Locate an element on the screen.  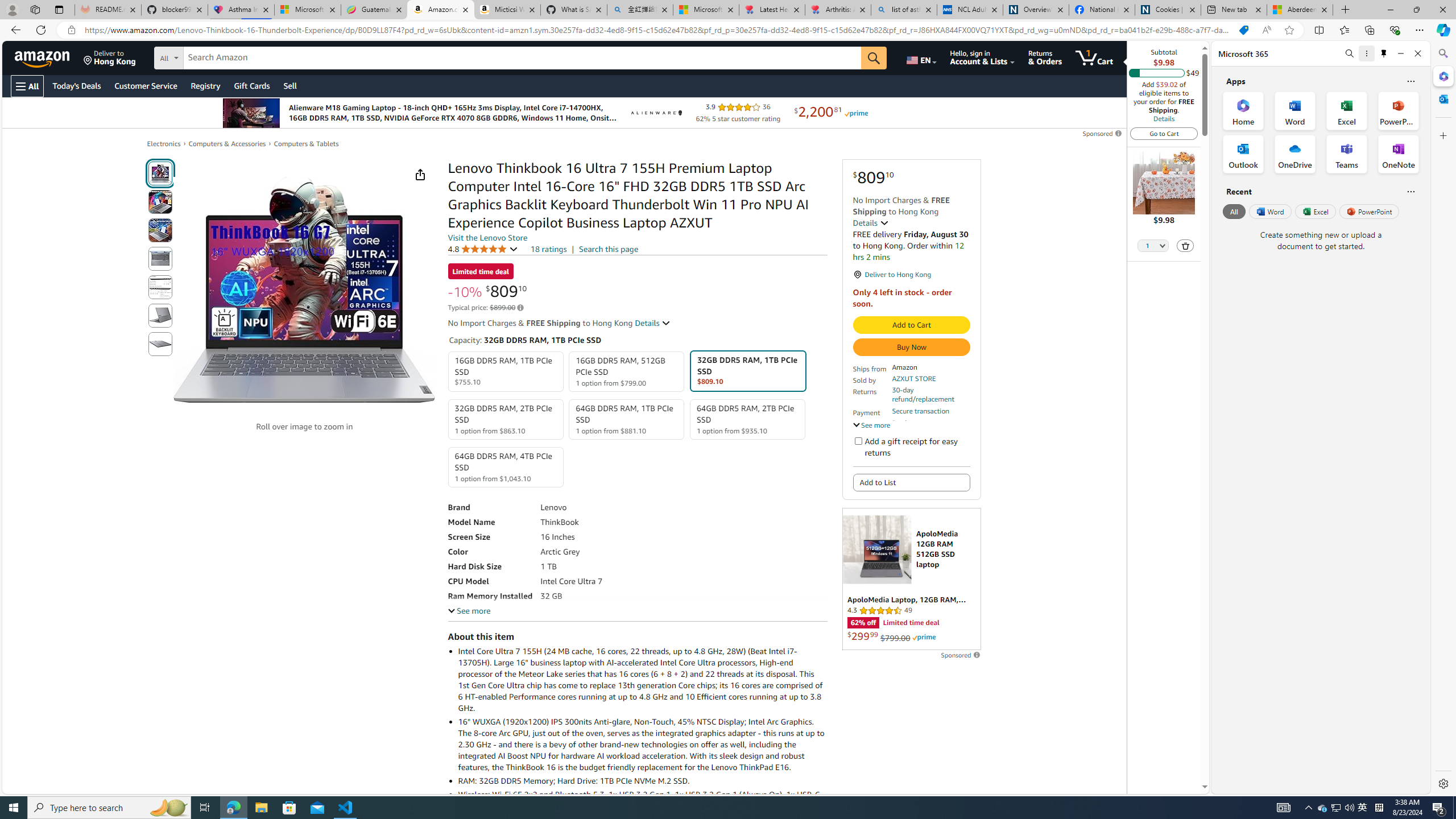
'Computers & Accessories' is located at coordinates (227, 143).